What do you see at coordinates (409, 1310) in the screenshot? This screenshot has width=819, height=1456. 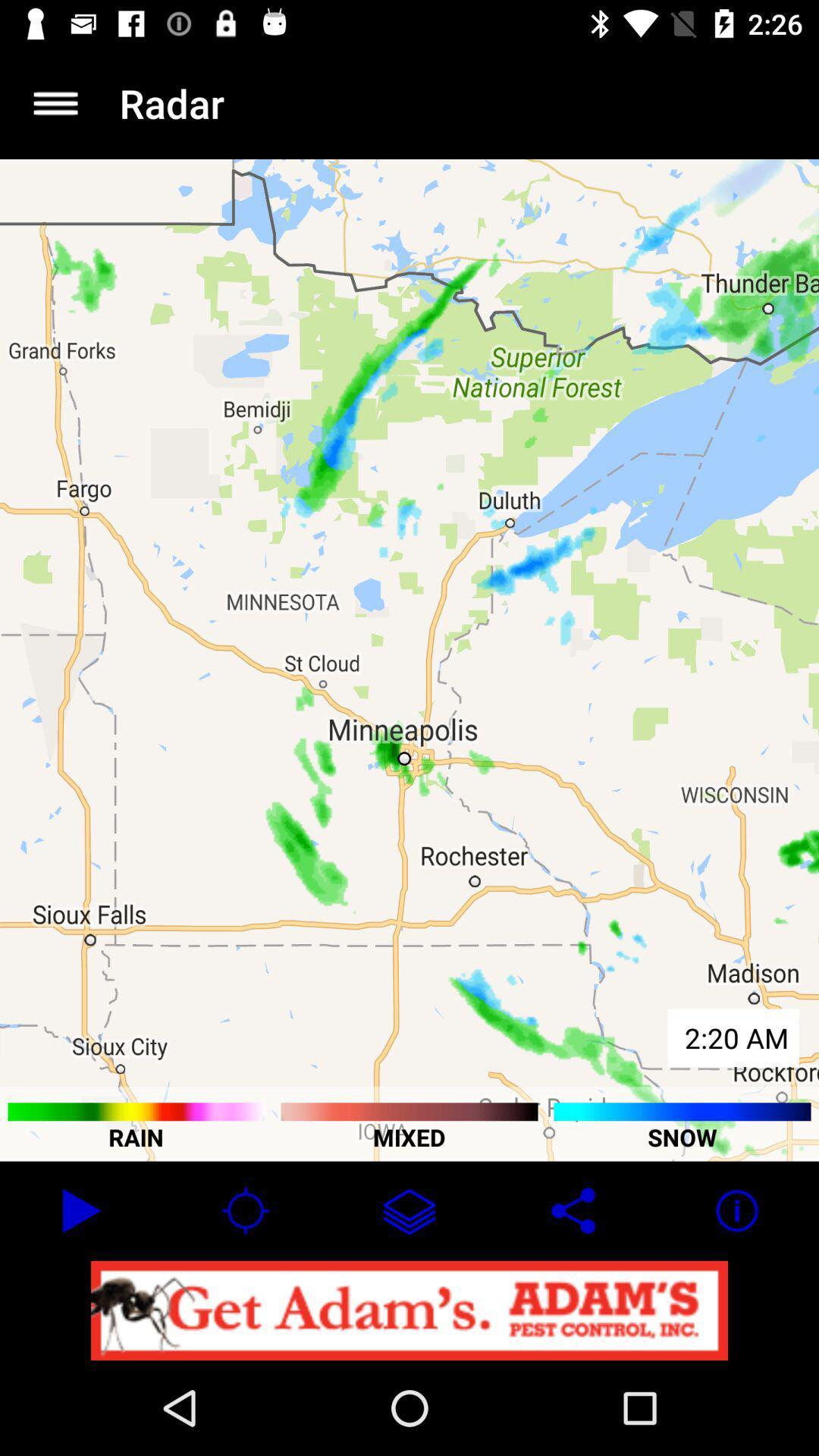 I see `click advertisement` at bounding box center [409, 1310].